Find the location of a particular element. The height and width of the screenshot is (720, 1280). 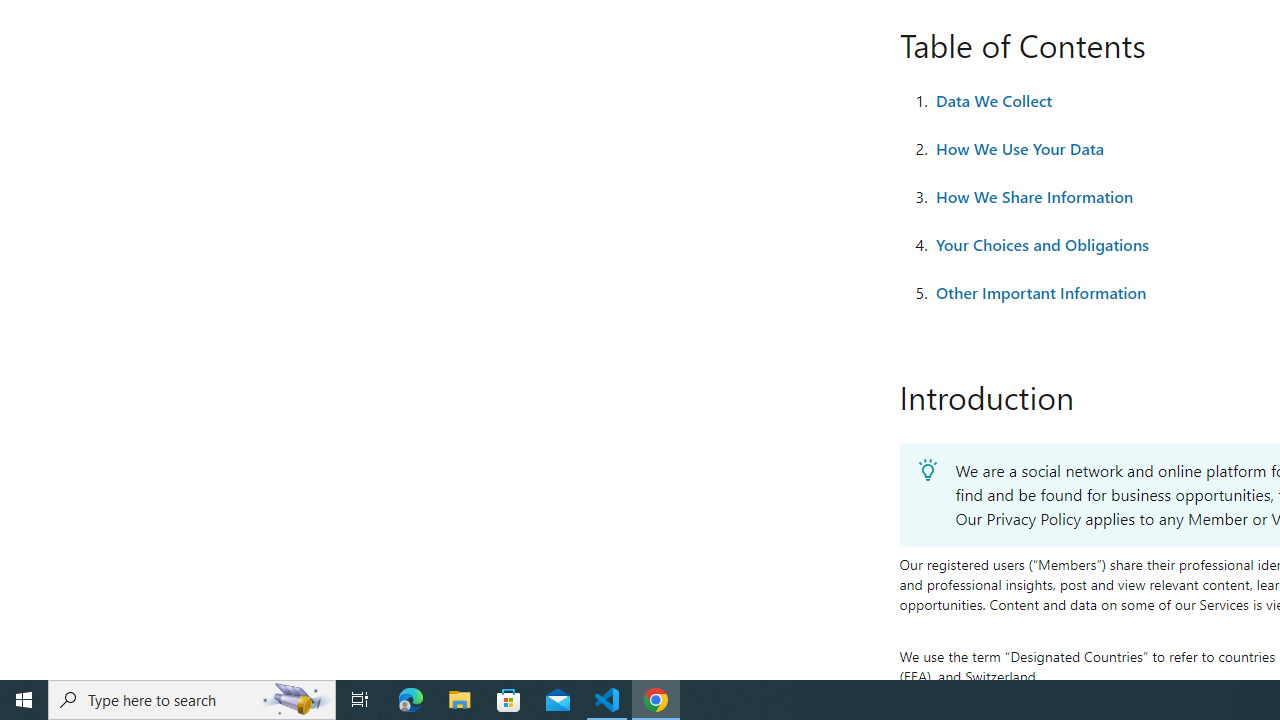

'How We Share Information' is located at coordinates (1034, 196).